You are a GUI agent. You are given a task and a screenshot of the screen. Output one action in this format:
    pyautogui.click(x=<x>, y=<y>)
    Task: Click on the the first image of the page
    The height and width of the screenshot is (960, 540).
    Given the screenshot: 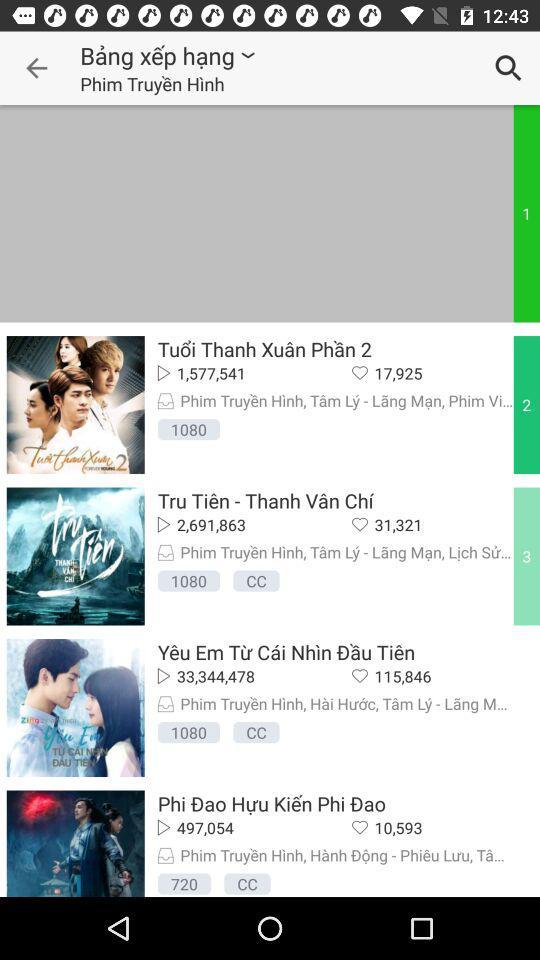 What is the action you would take?
    pyautogui.click(x=74, y=404)
    